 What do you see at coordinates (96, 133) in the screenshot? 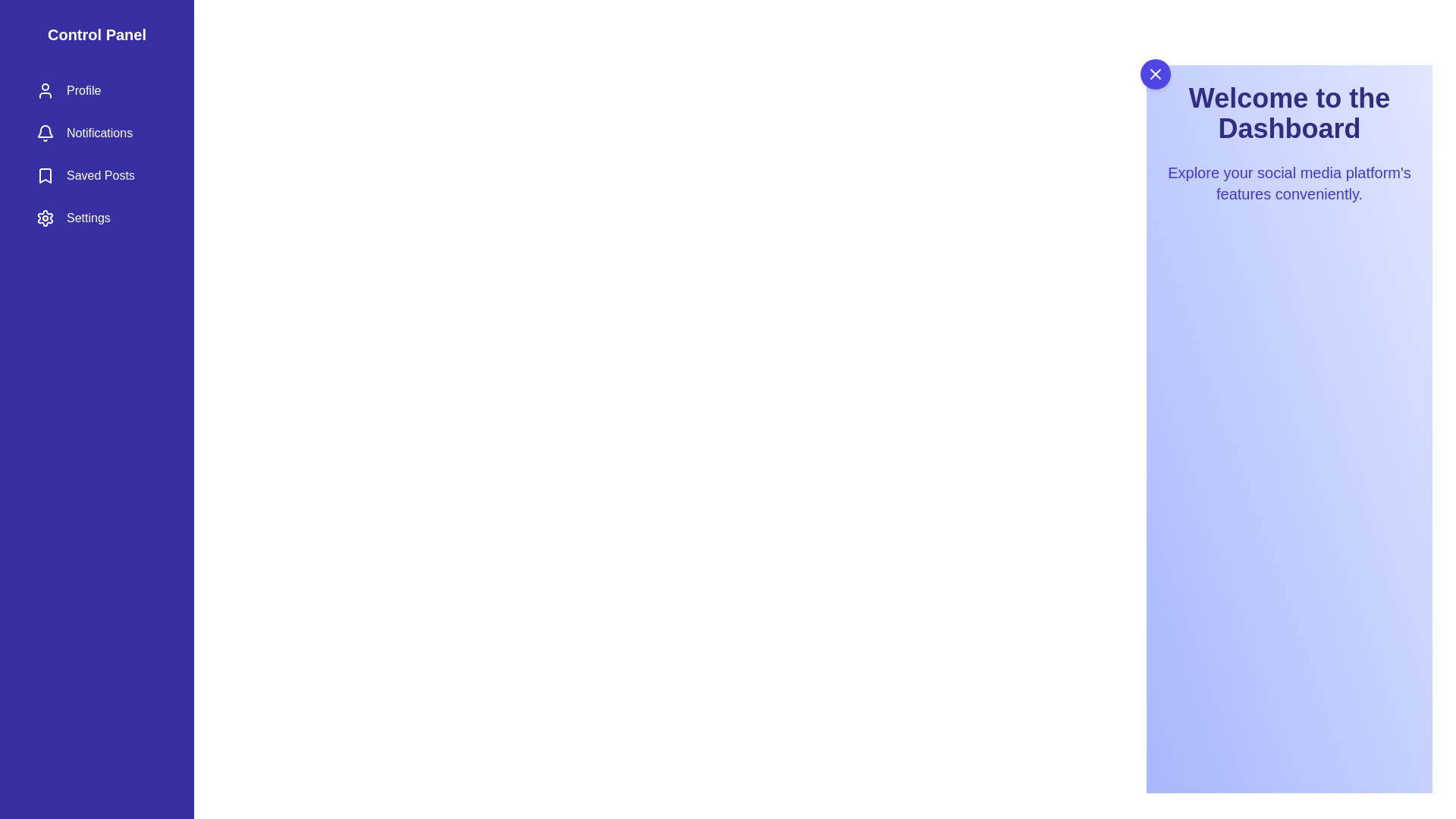
I see `the side drawer item Notifications to observe visual feedback` at bounding box center [96, 133].